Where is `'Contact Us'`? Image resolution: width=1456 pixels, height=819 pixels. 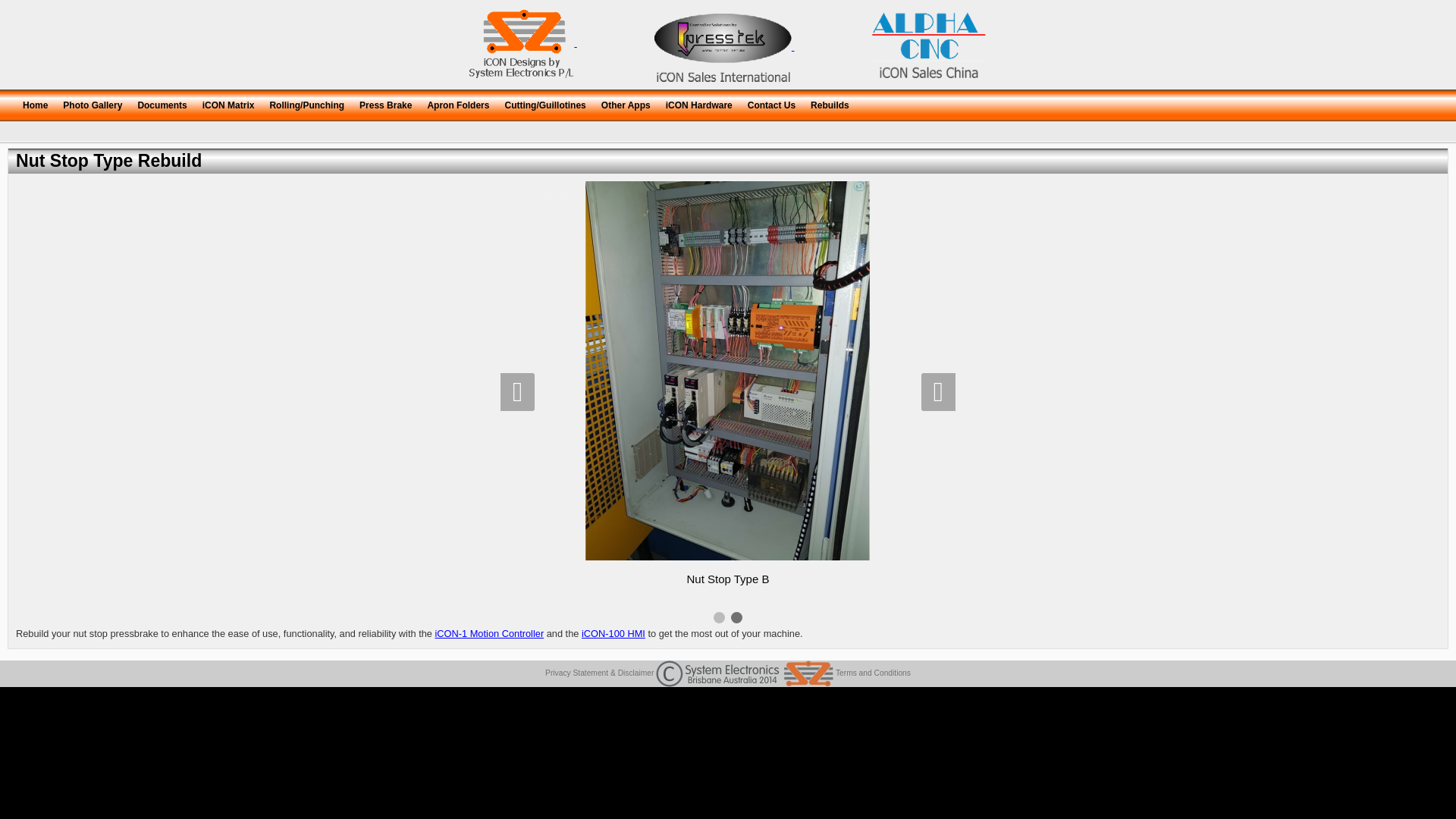 'Contact Us' is located at coordinates (739, 102).